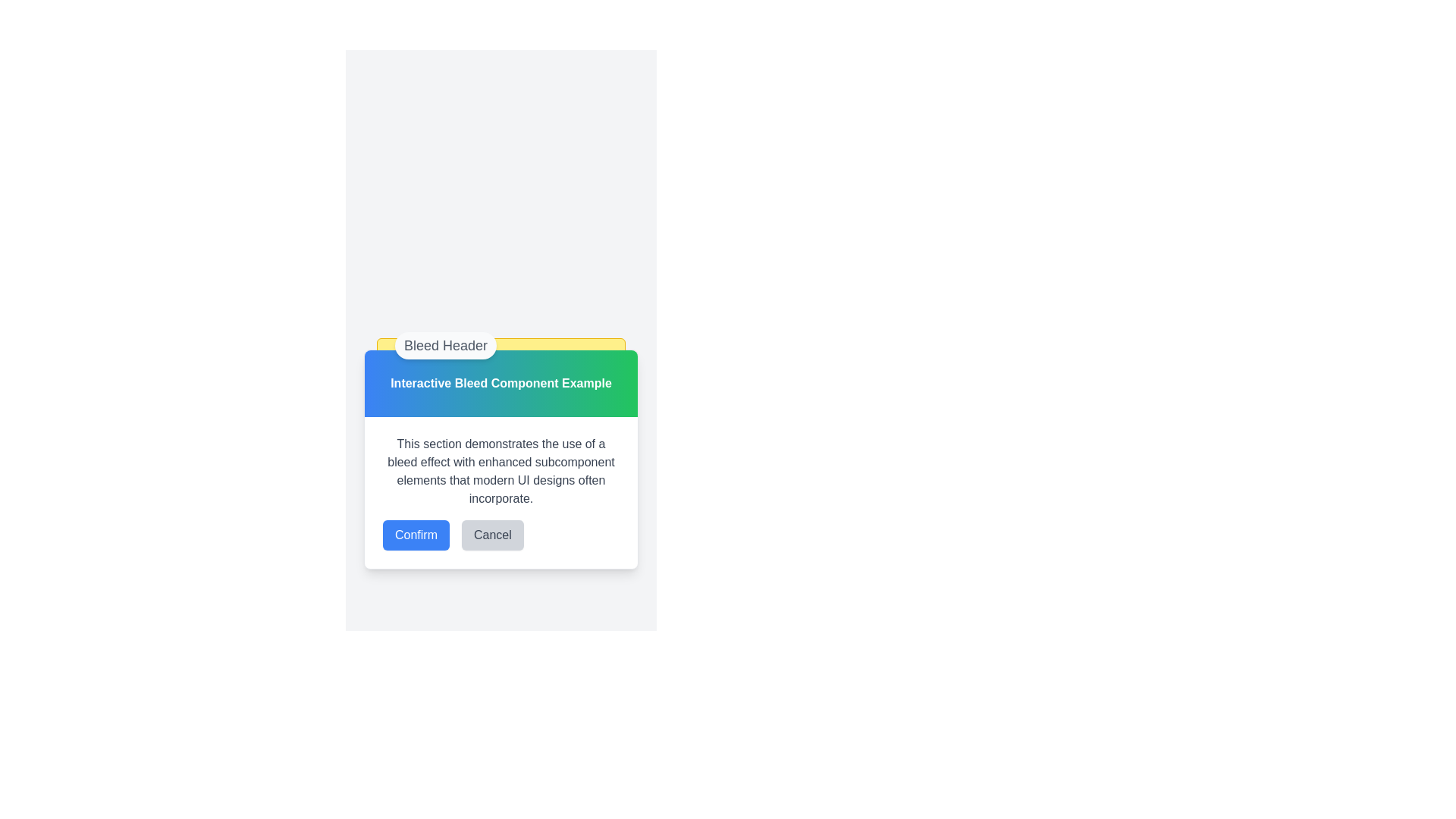  Describe the element at coordinates (501, 534) in the screenshot. I see `the 'Cancel' button located in the button group at the bottom of the section box` at that location.